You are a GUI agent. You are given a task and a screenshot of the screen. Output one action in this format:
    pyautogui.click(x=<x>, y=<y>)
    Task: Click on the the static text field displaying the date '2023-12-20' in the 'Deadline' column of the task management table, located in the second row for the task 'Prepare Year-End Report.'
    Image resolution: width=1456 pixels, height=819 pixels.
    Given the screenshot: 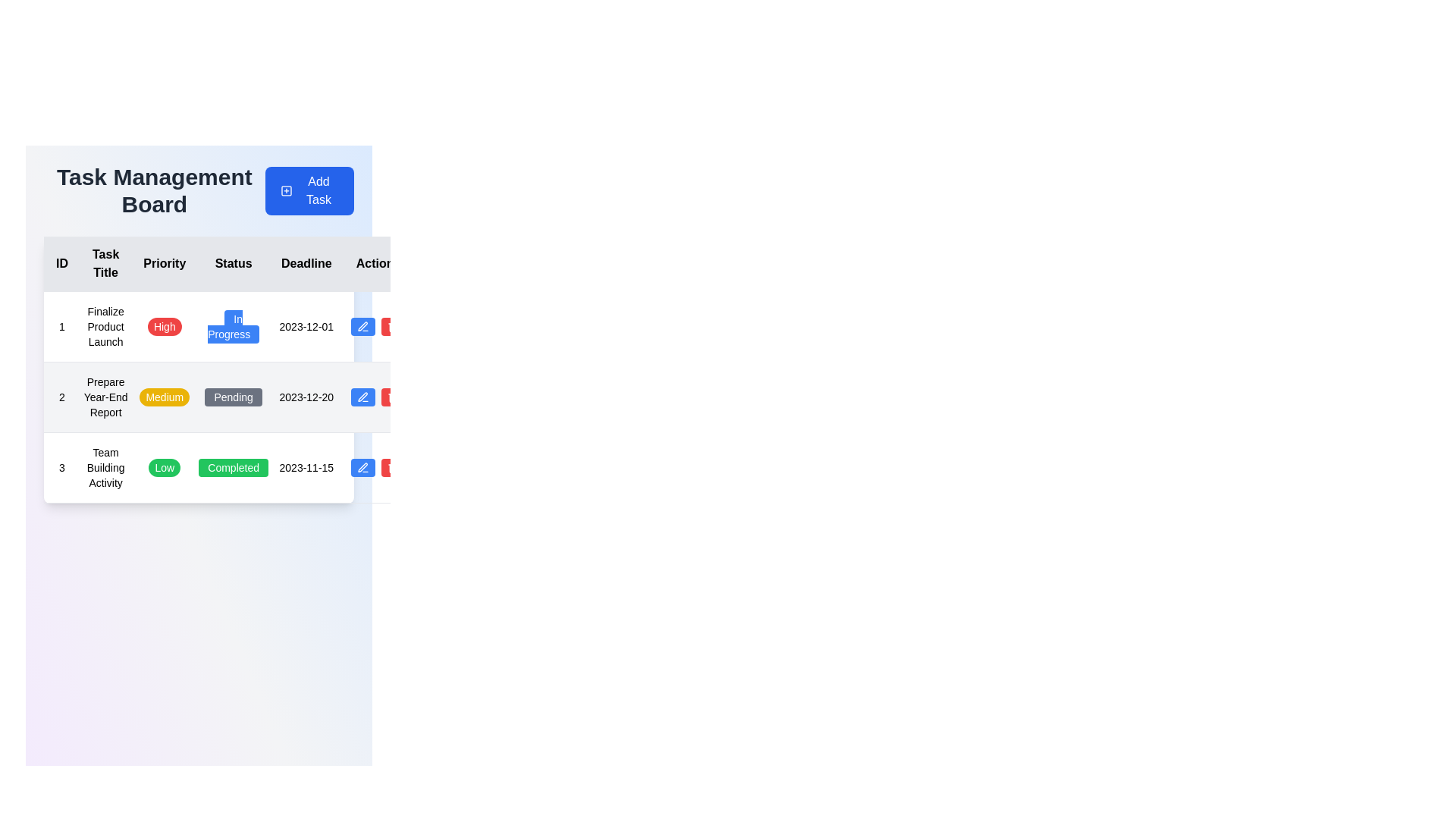 What is the action you would take?
    pyautogui.click(x=306, y=397)
    